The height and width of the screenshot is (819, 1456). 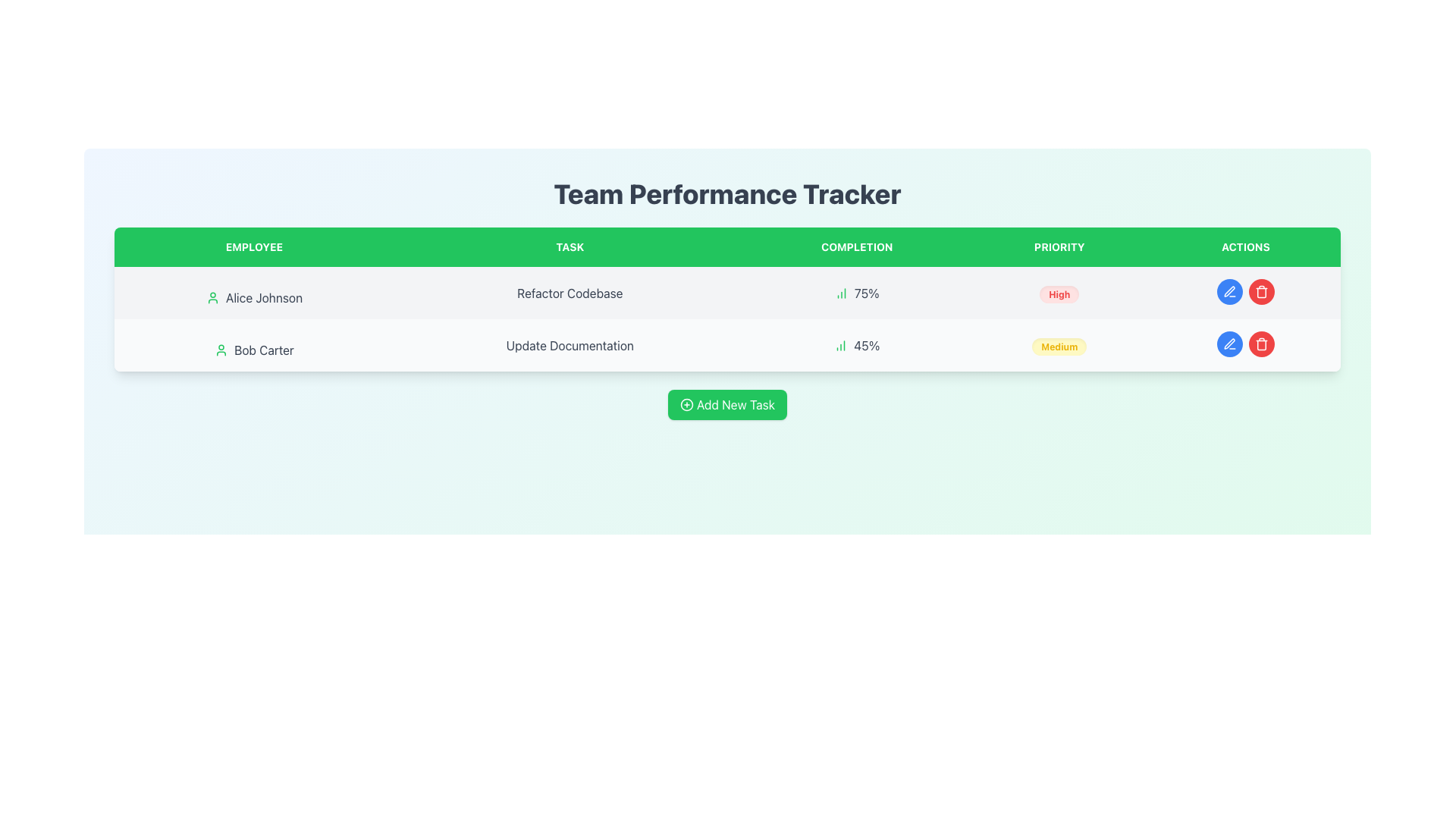 What do you see at coordinates (1059, 345) in the screenshot?
I see `the yellow pill-shaped badge displaying the text 'Medium' in bold yellow font, located in the 'Priority' column of the second row in the 'Team Performance Tracker' table, aligned with the 'Bob Carter' entry` at bounding box center [1059, 345].